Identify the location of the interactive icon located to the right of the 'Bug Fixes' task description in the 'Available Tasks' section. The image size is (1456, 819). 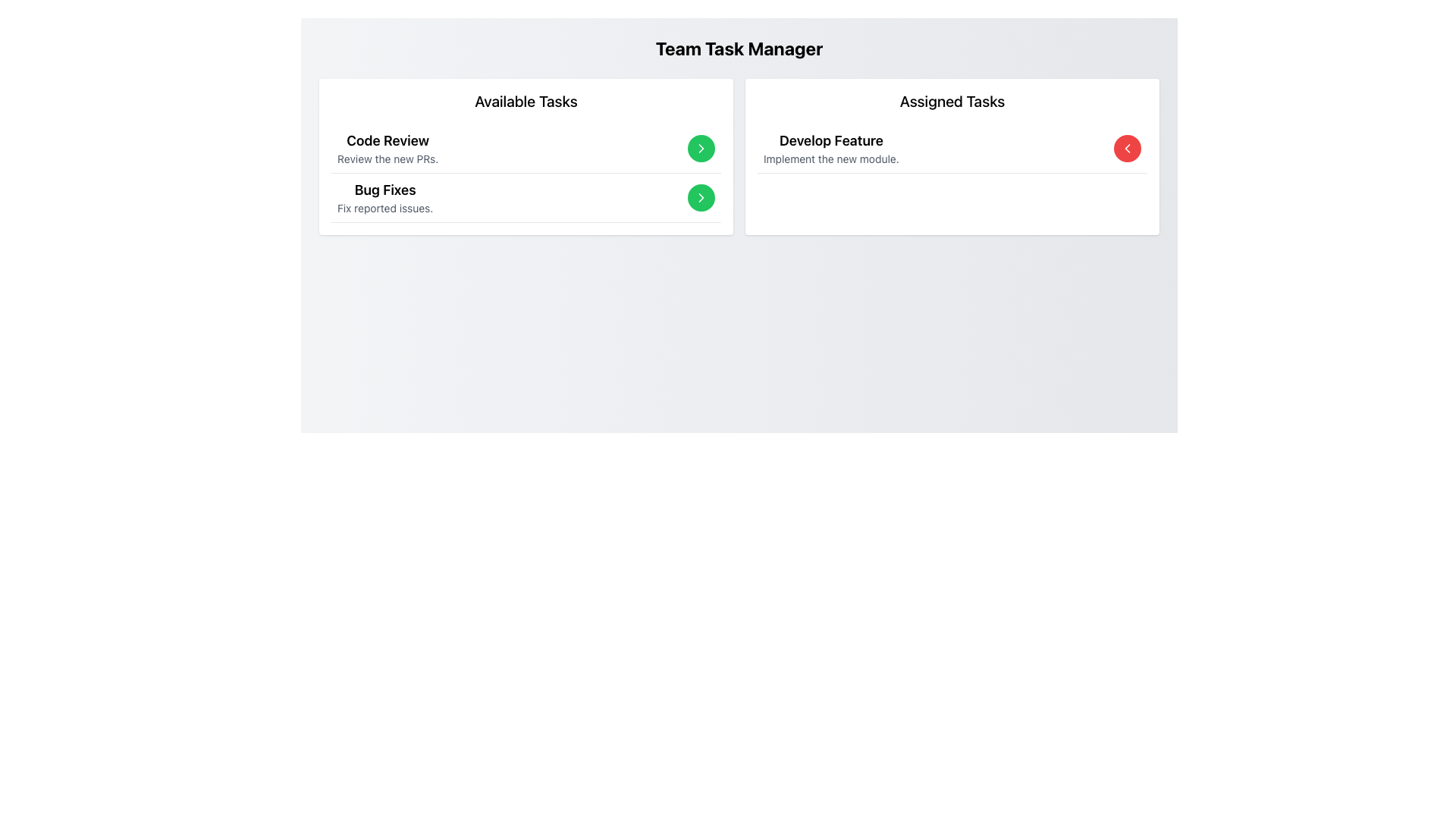
(701, 149).